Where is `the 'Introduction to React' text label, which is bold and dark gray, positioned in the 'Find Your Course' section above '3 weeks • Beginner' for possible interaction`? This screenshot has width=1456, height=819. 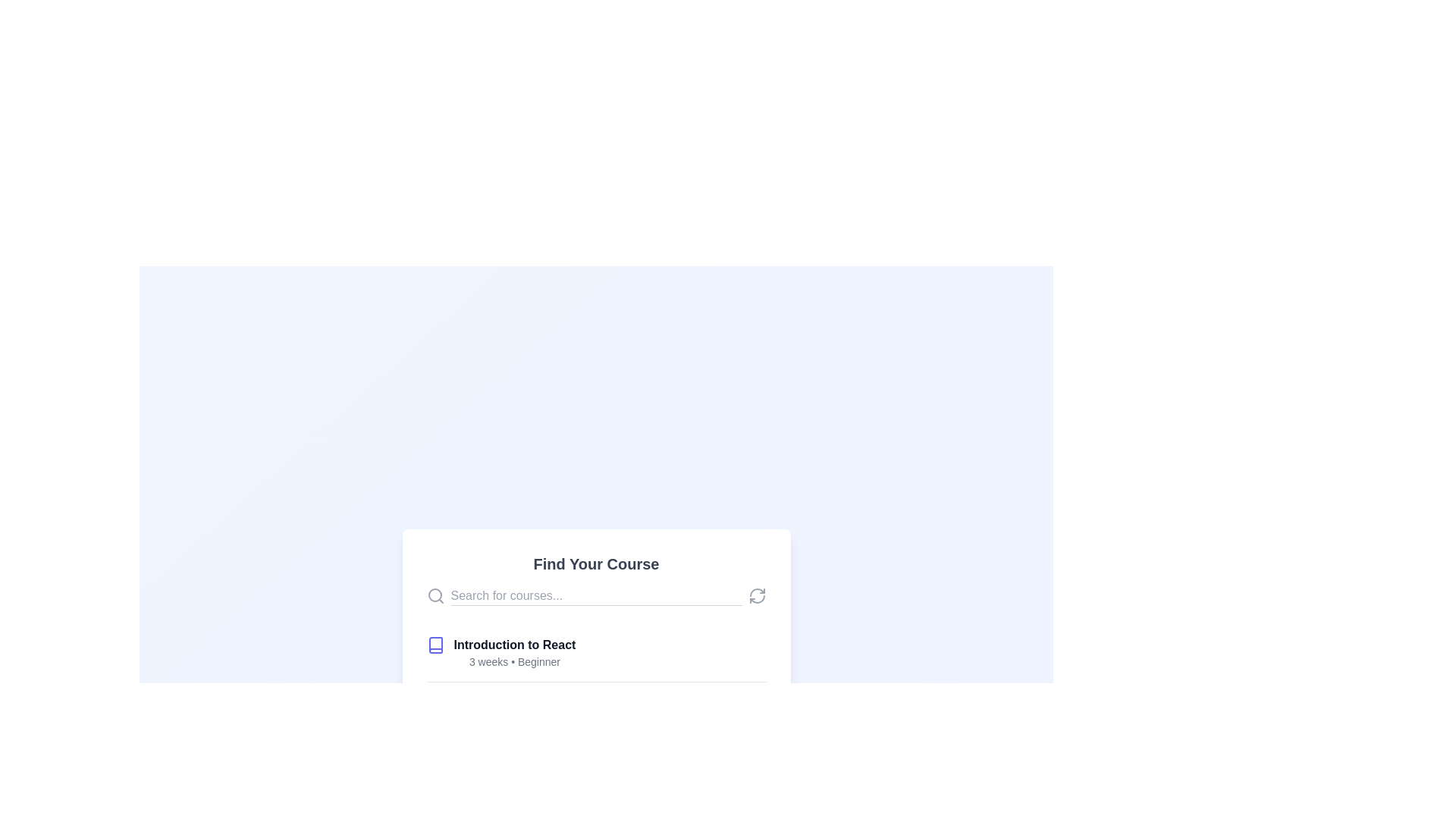 the 'Introduction to React' text label, which is bold and dark gray, positioned in the 'Find Your Course' section above '3 weeks • Beginner' for possible interaction is located at coordinates (514, 645).